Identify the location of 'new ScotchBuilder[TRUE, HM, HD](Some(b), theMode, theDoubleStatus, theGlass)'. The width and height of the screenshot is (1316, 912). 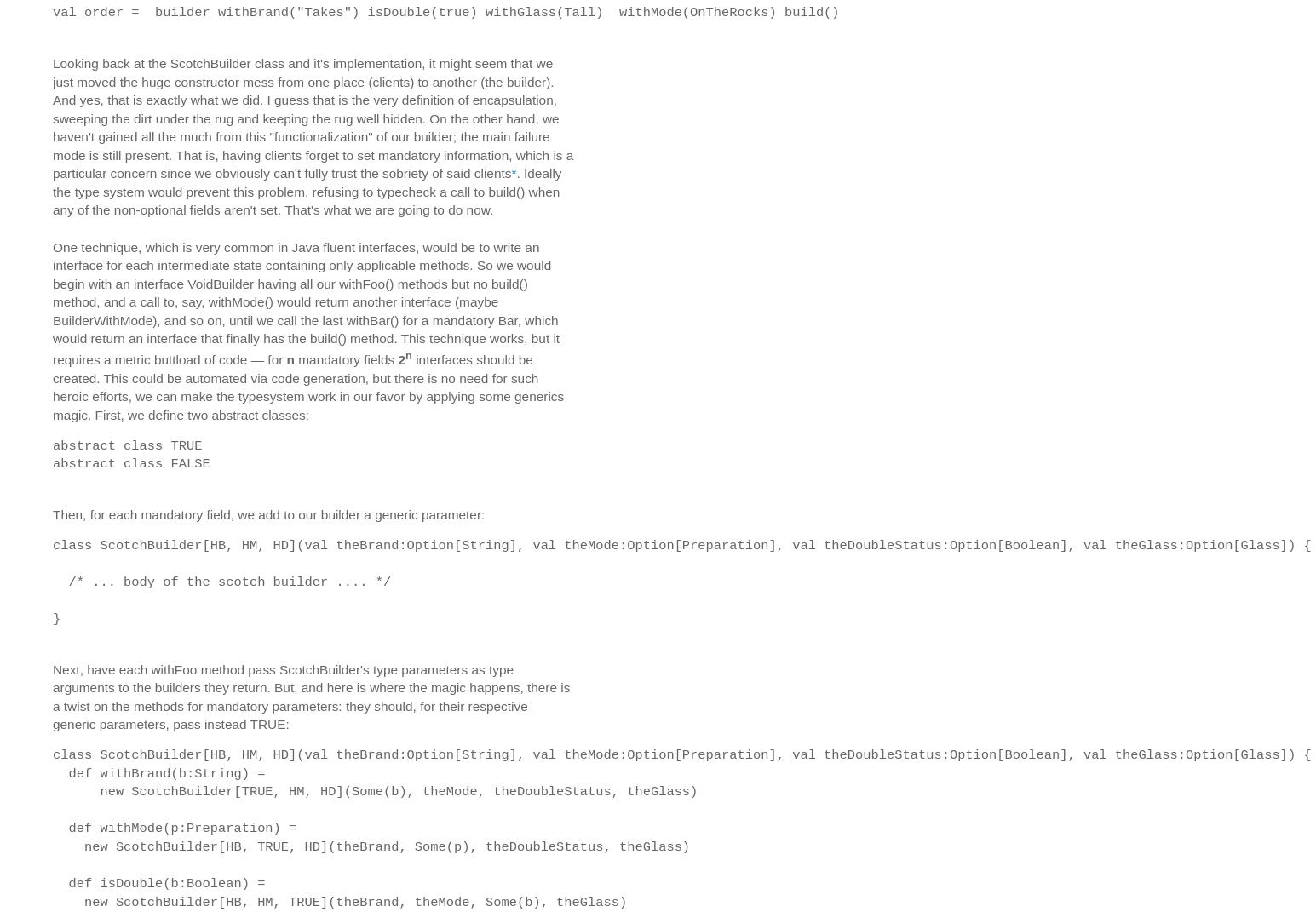
(374, 790).